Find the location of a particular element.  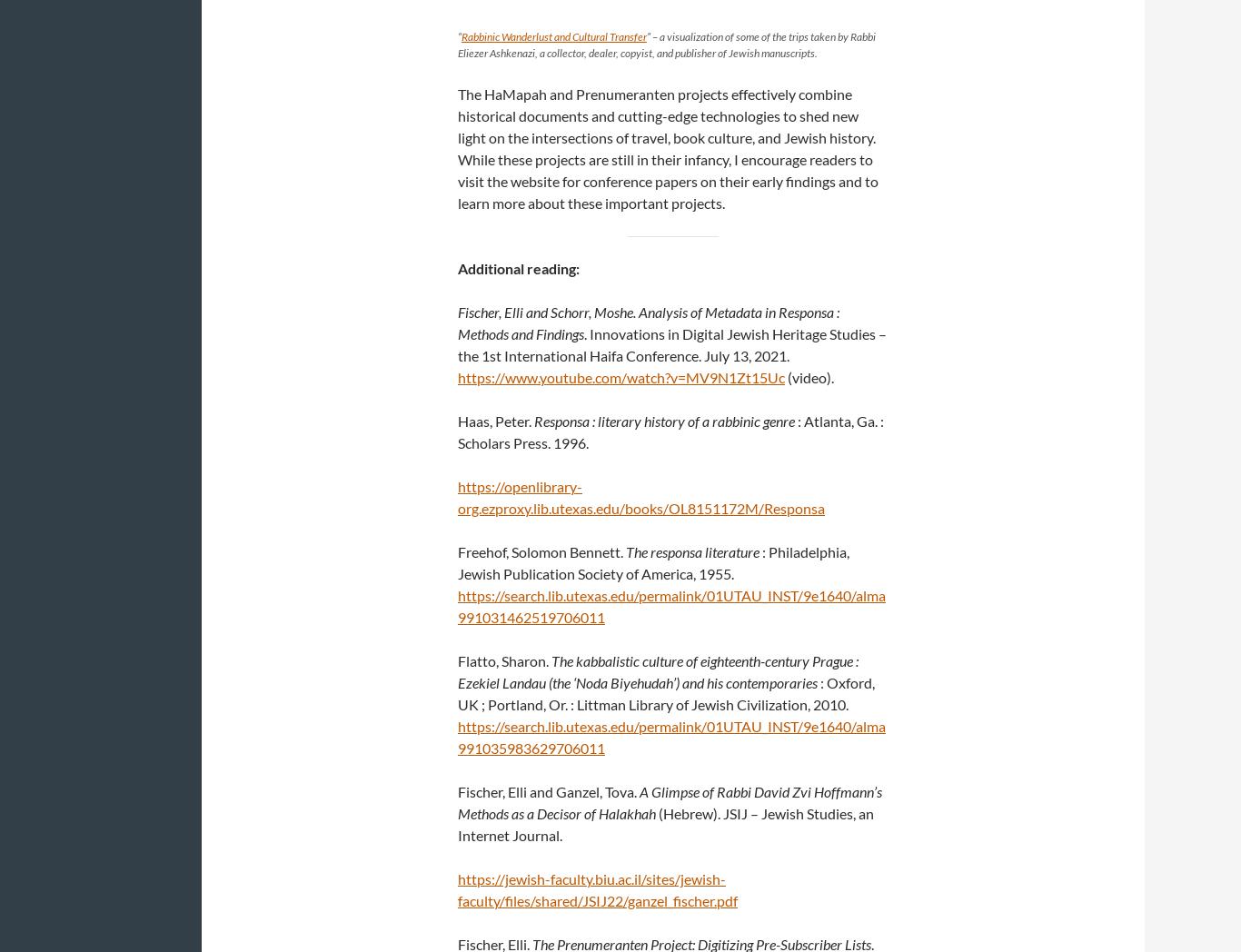

'. Innovations in Digital Jewish Heritage Studies – the 1st International Haifa Conference. July 13, 2021.' is located at coordinates (671, 343).